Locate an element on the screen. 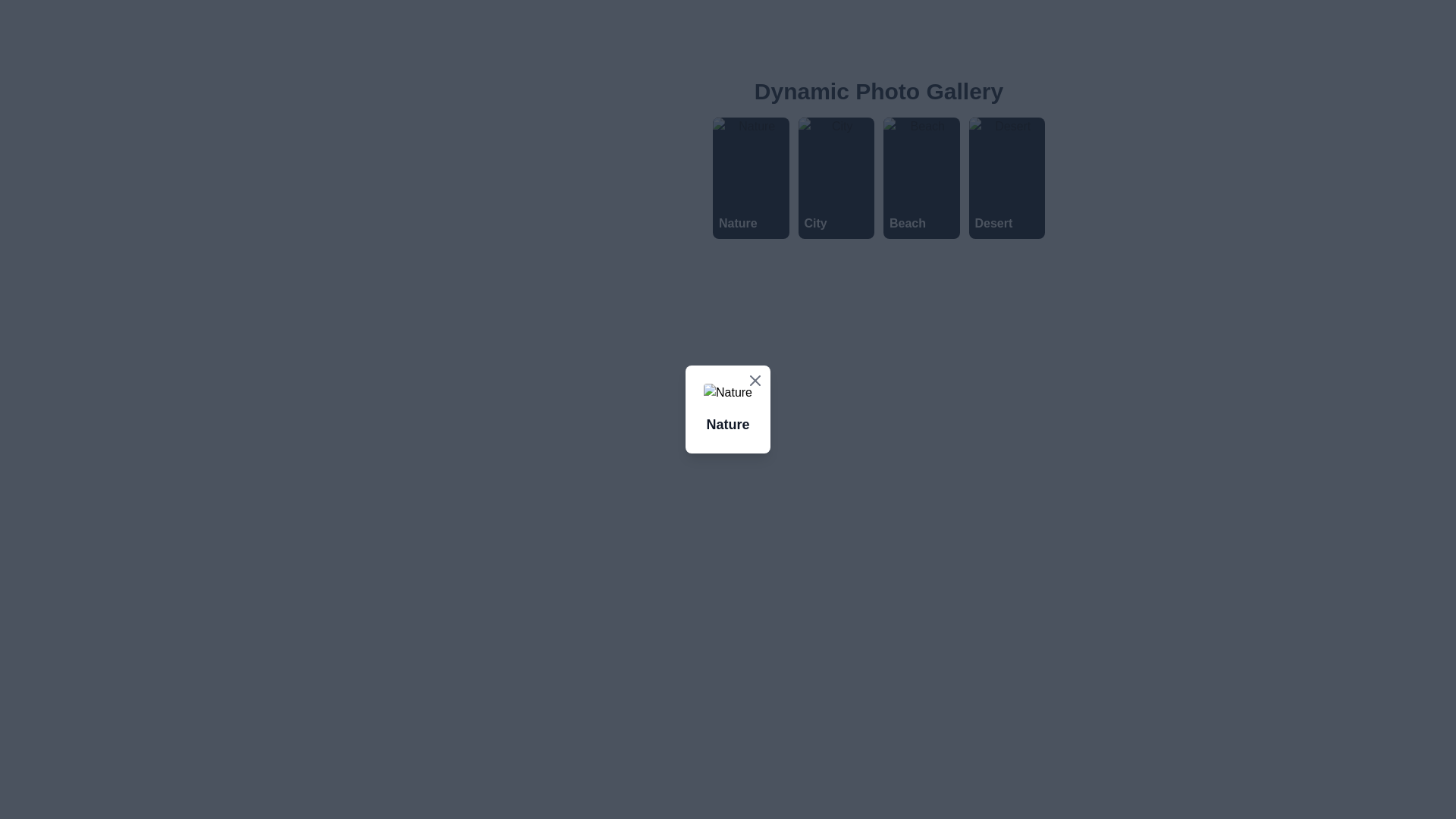 The width and height of the screenshot is (1456, 819). the text label displaying the word 'Desert' in white bold font, located in the bottom-left corner of the fourth card in a row of four cards is located at coordinates (993, 223).